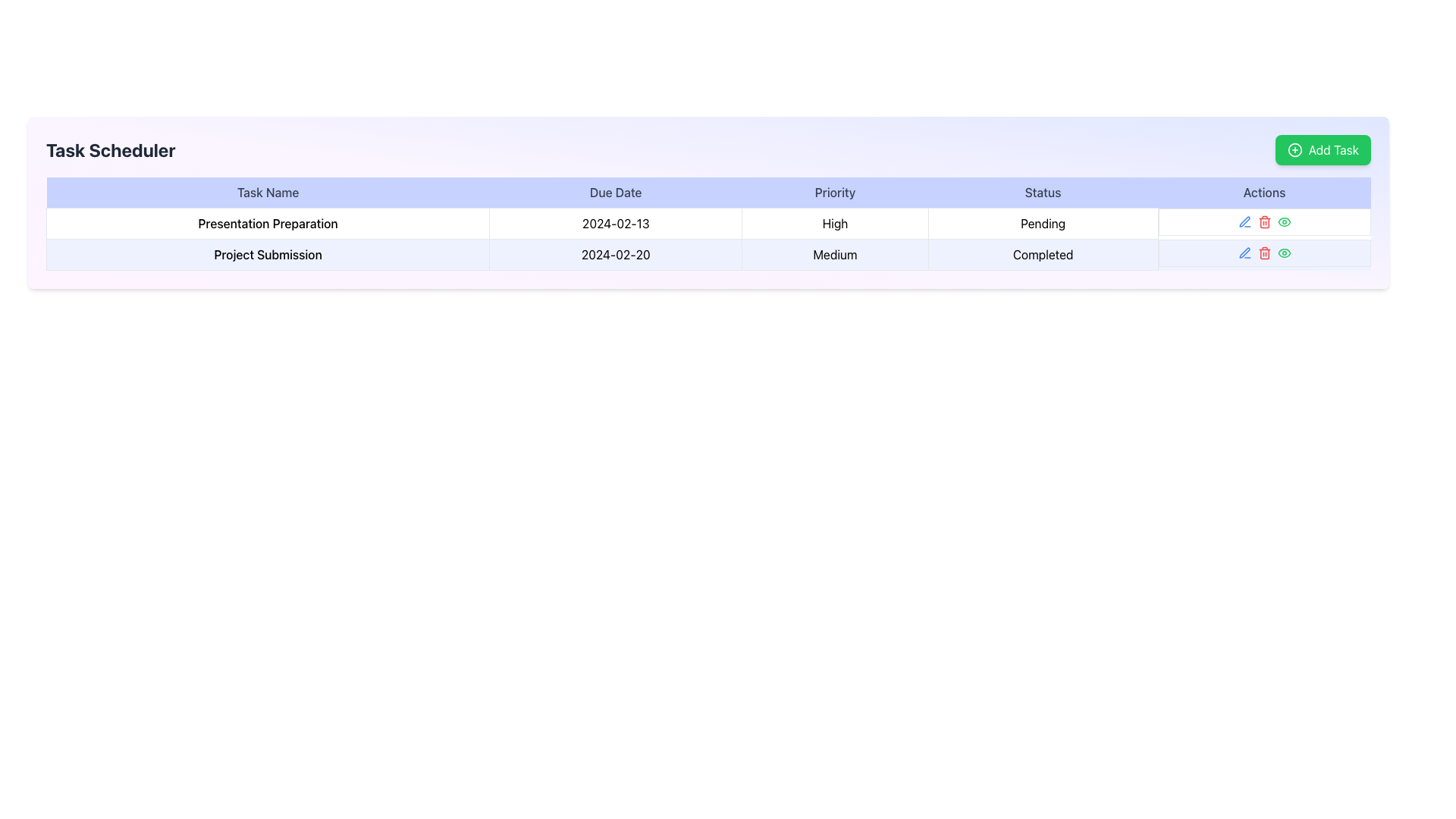 Image resolution: width=1456 pixels, height=819 pixels. Describe the element at coordinates (1244, 221) in the screenshot. I see `the edit icon button in the 'Actions' column of the 'Project Submission' task` at that location.